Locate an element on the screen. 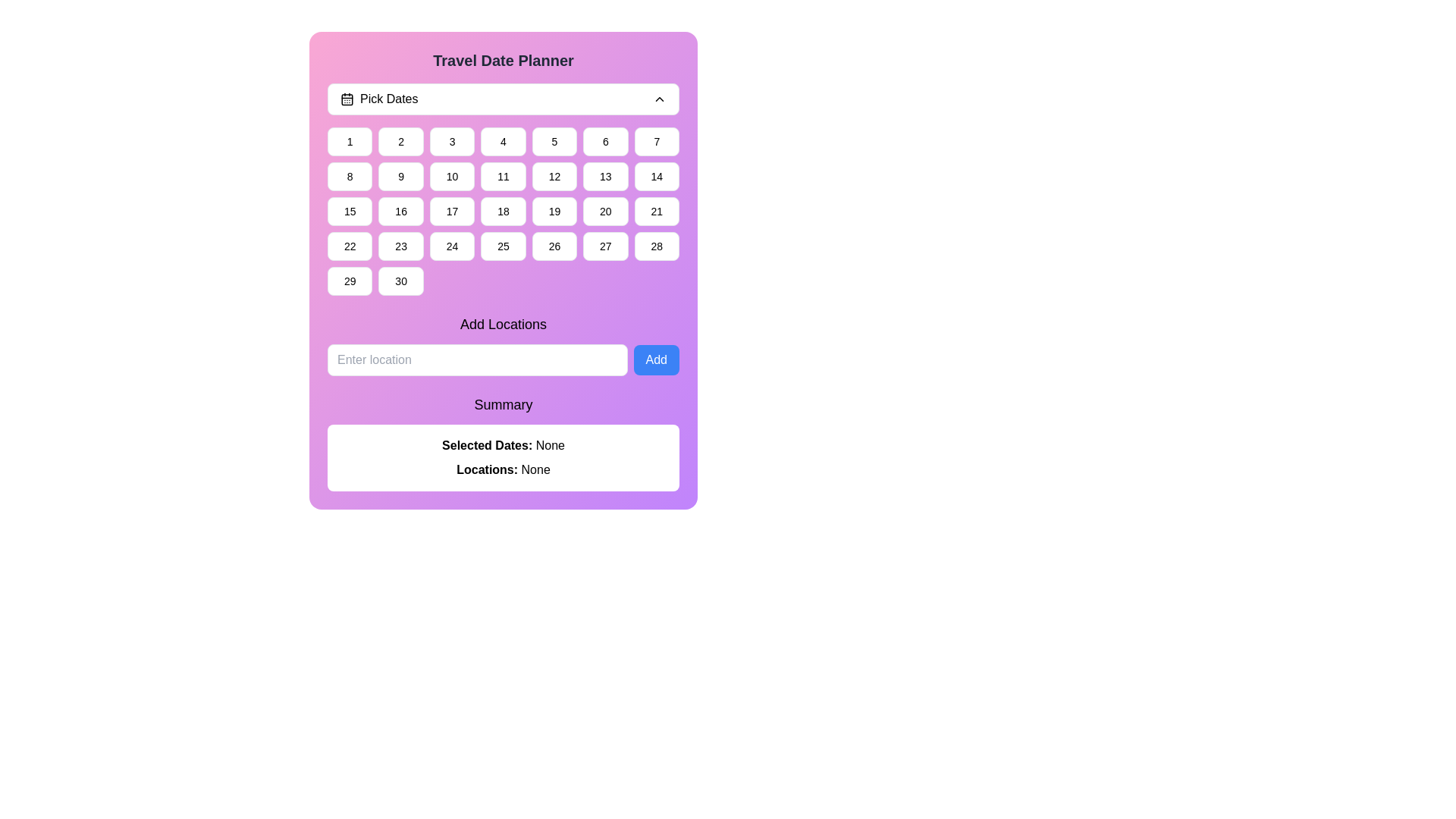  the Informational text box that displays 'Selected Dates: None' and 'Locations: None' within the 'Summary' section at the bottom of the interface is located at coordinates (503, 457).